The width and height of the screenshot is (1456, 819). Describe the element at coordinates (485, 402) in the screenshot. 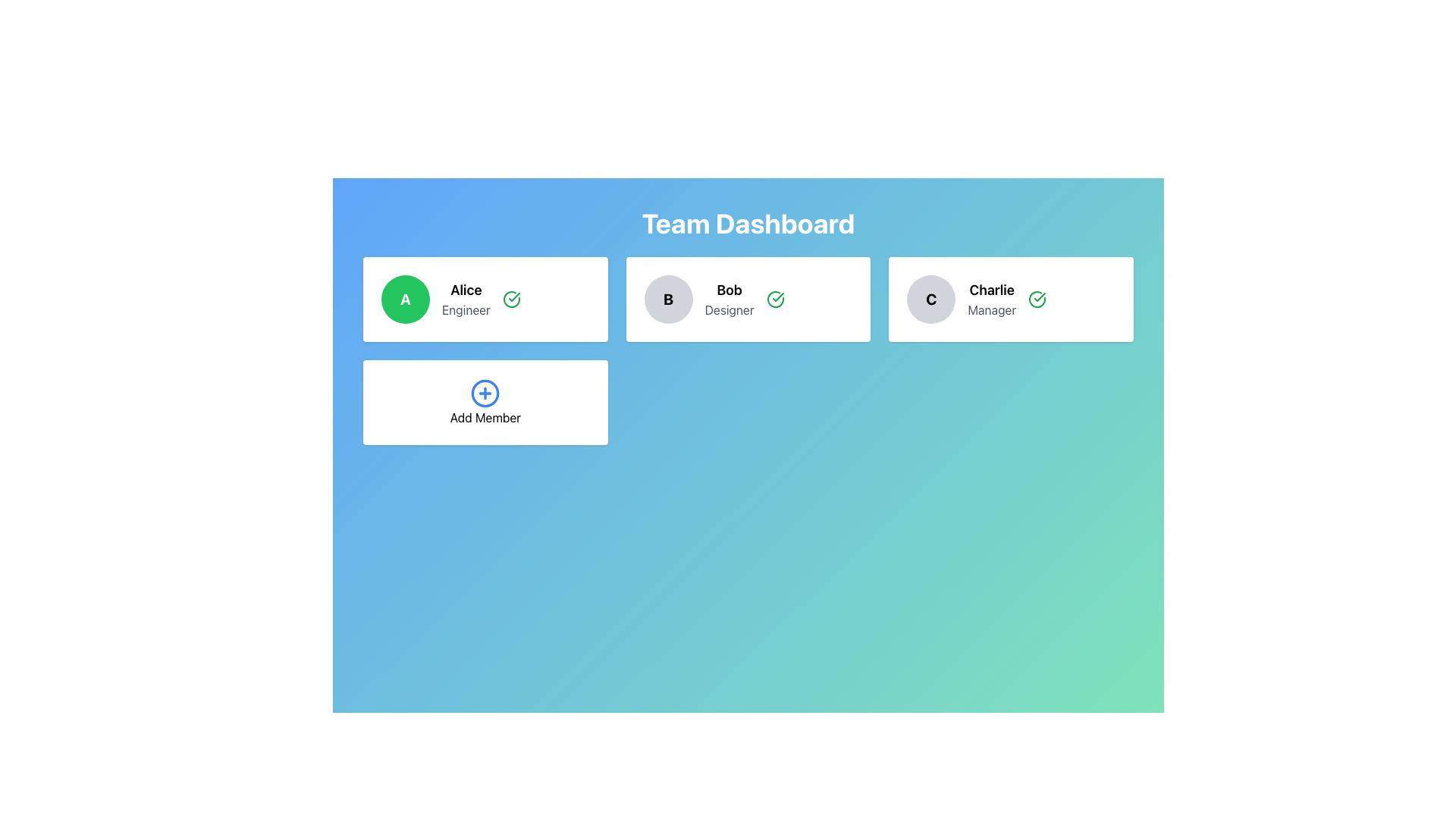

I see `the button located at the bottom left of the grid layout, directly below the card for 'Alice, Engineer'` at that location.